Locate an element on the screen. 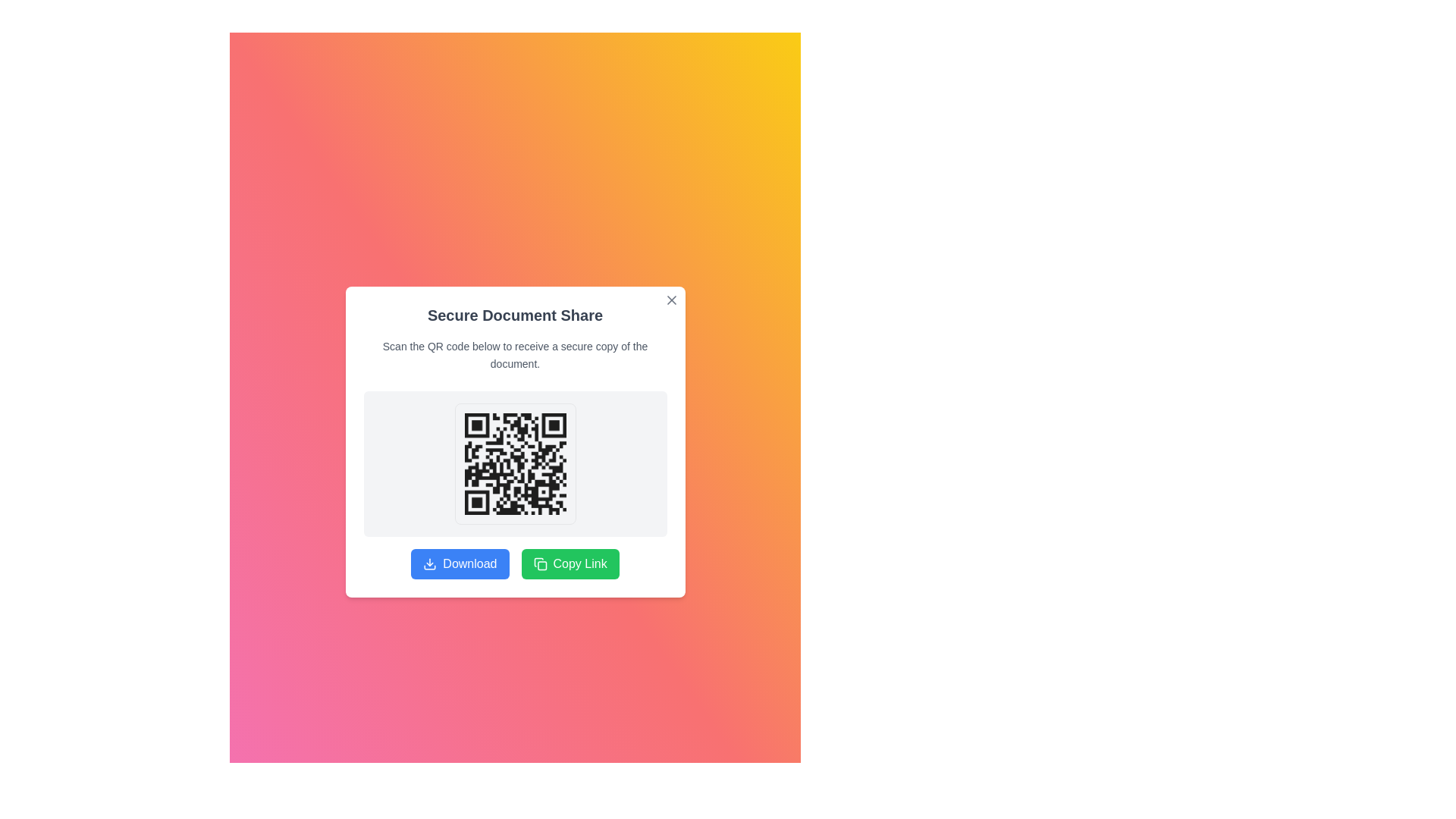 The image size is (1456, 819). the small square-shaped close button with a gray 'X' icon in the top-right corner of the 'Secure Document Share' modal is located at coordinates (670, 300).